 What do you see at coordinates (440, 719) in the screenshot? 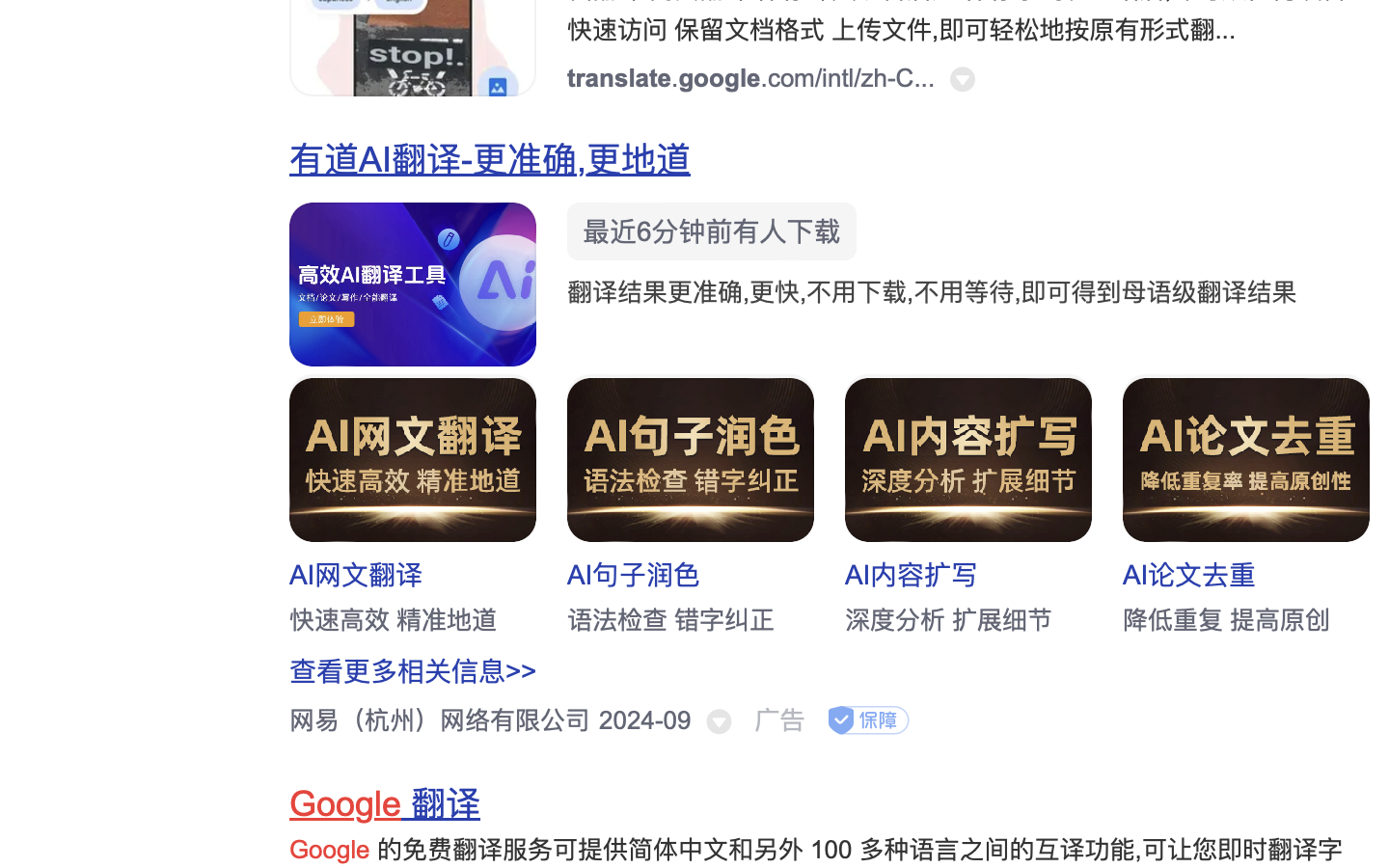
I see `'网易（杭州）网络有限公司'` at bounding box center [440, 719].